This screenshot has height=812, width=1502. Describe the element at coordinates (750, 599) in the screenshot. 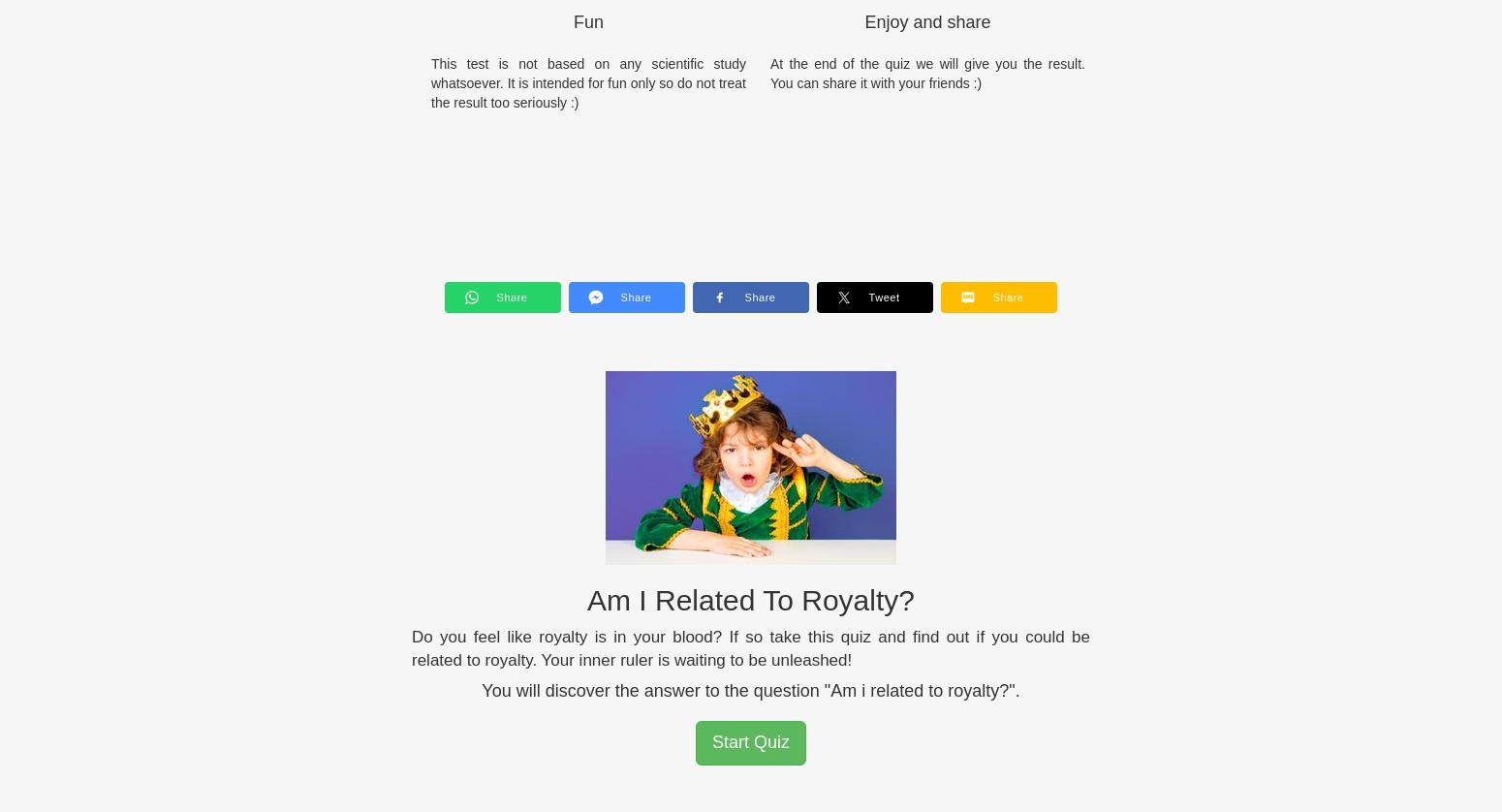

I see `'Am I Related To Royalty?'` at that location.